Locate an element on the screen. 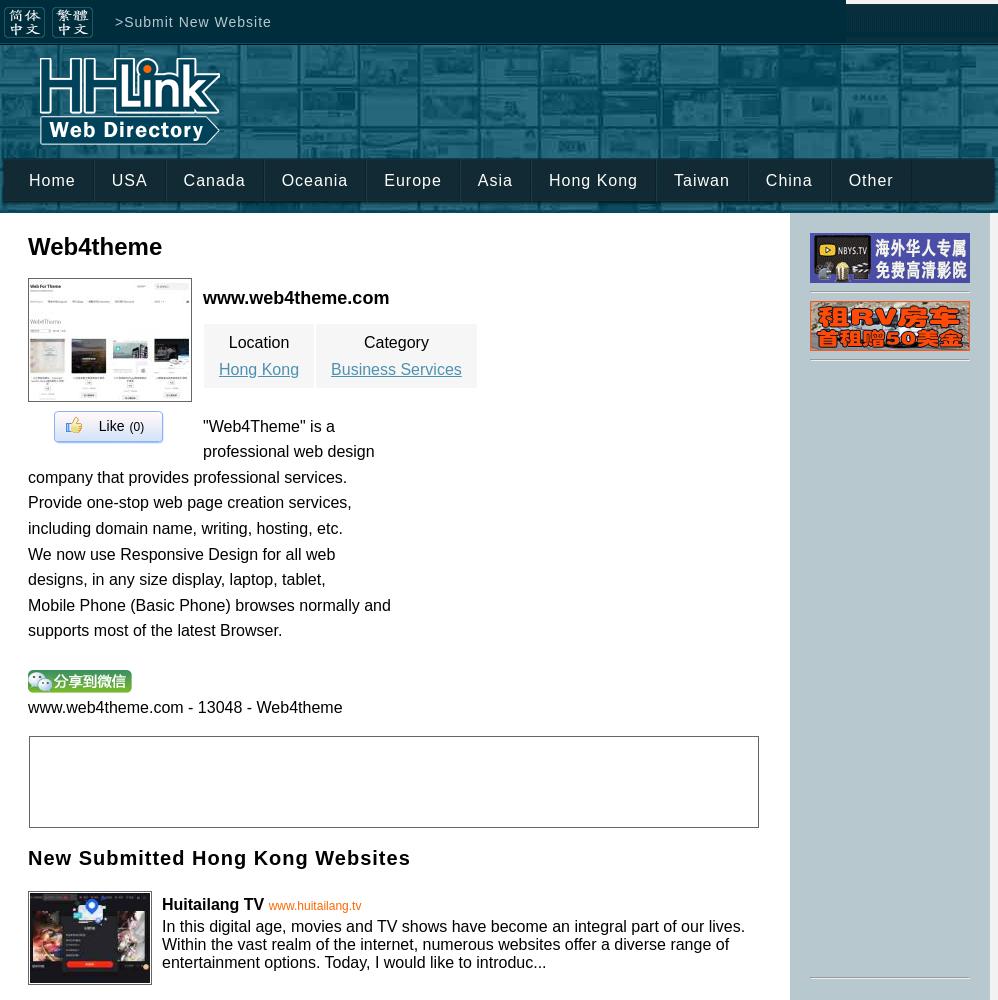 This screenshot has height=1000, width=998. '>Submit New Website' is located at coordinates (192, 22).